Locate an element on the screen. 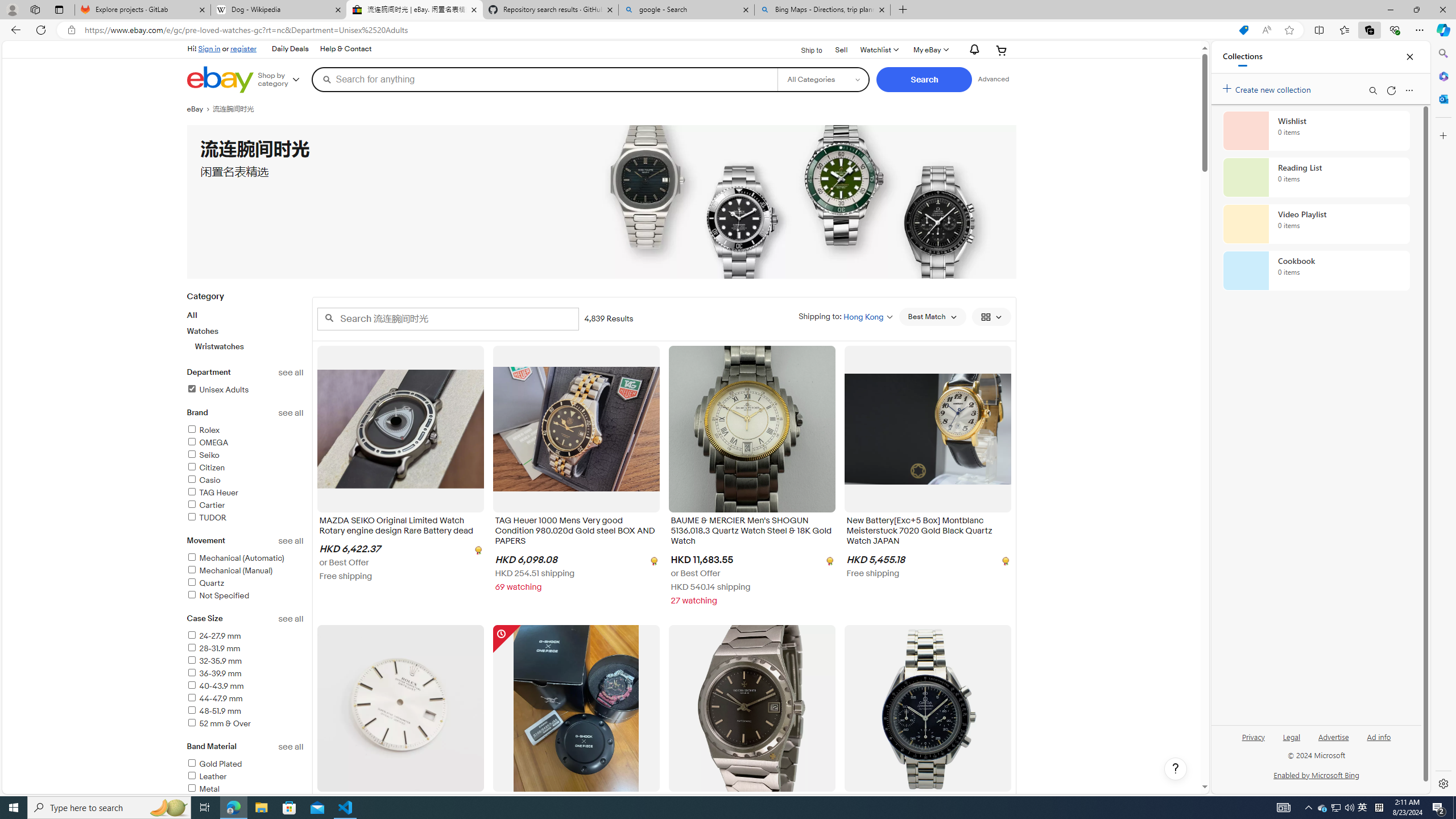 The image size is (1456, 819). 'Watchlist' is located at coordinates (878, 49).